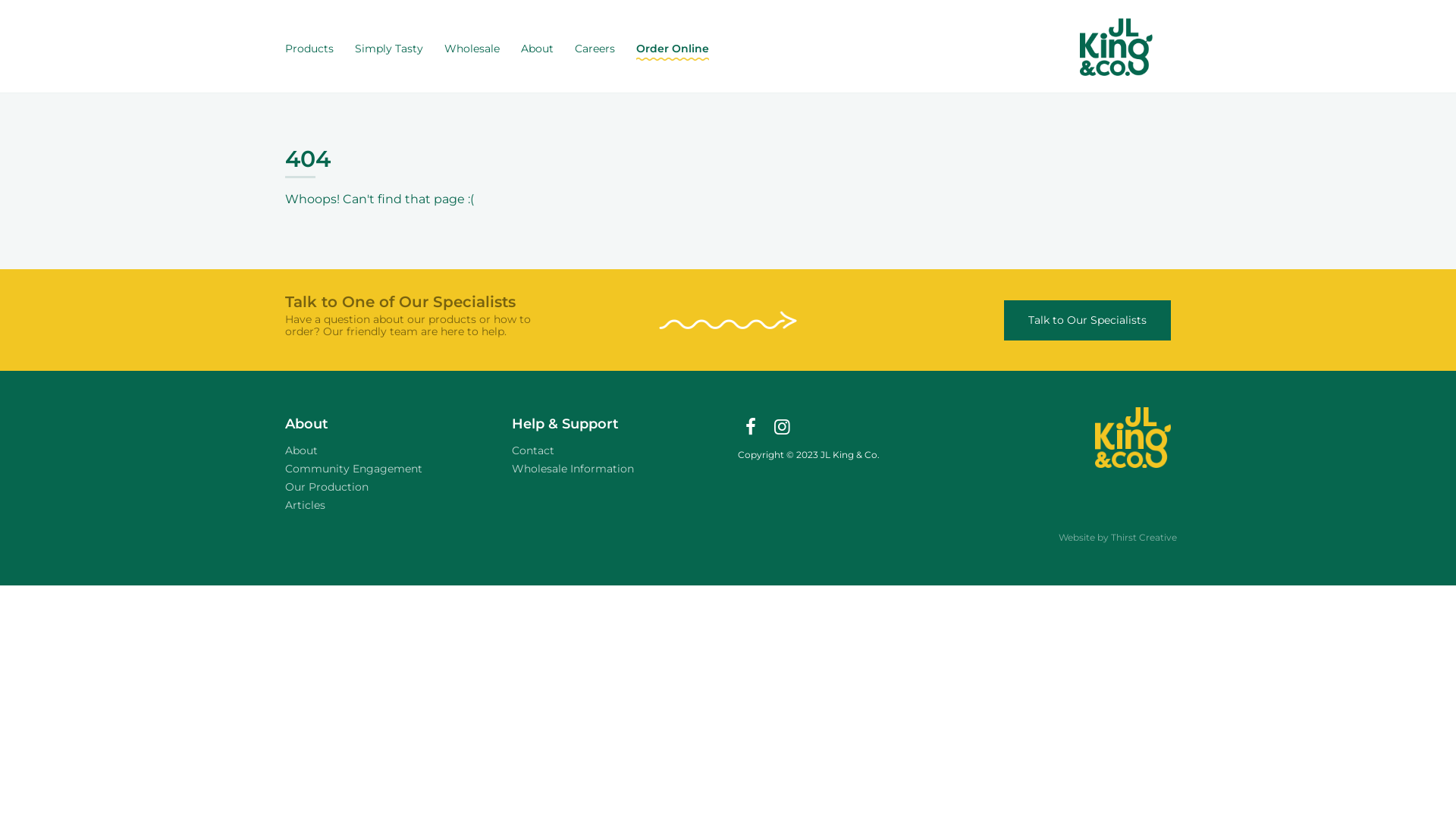 Image resolution: width=1456 pixels, height=819 pixels. I want to click on 'Website by Thirst Creative', so click(1117, 536).